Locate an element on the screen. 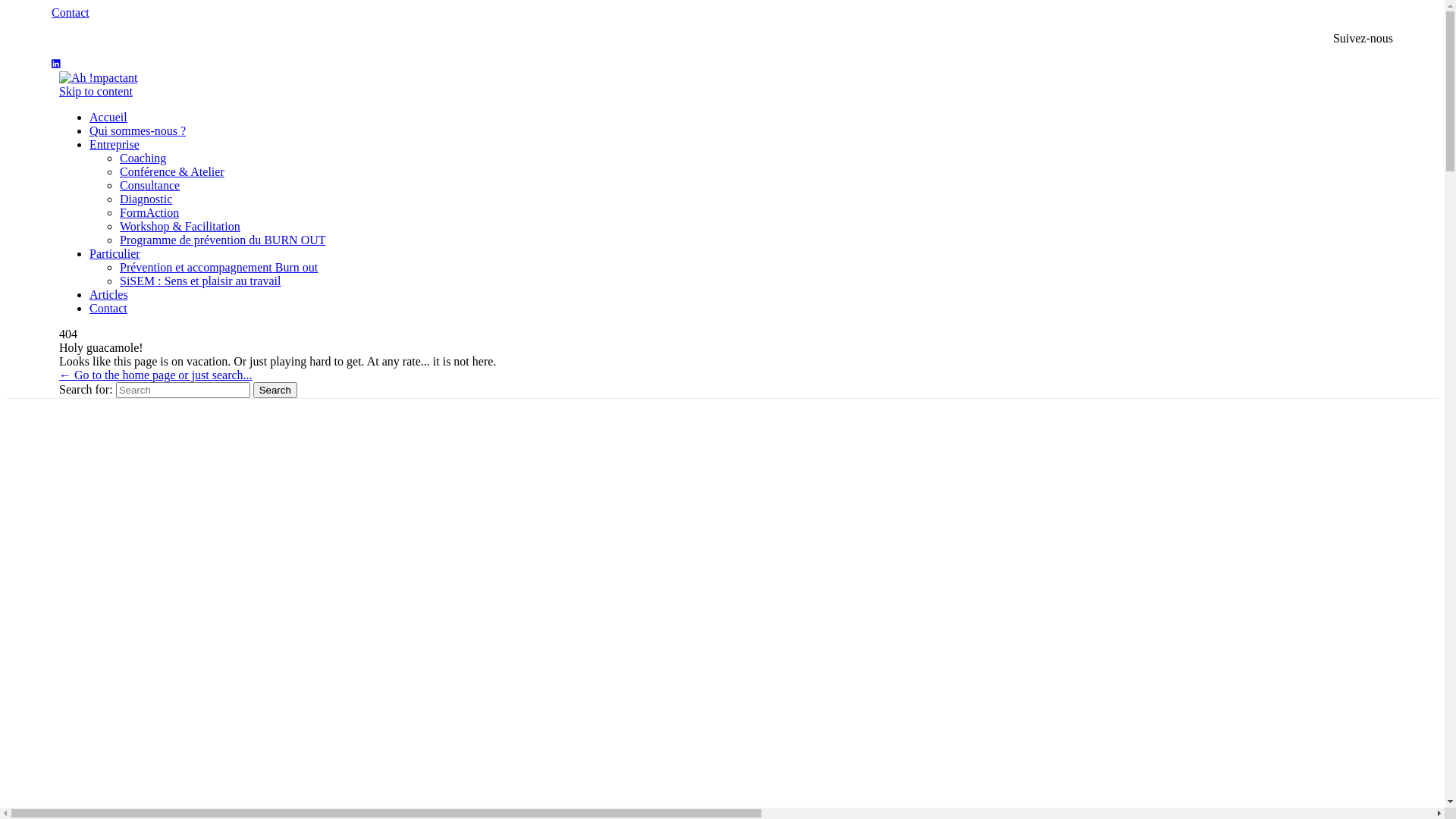 Image resolution: width=1456 pixels, height=819 pixels. 'FormAction' is located at coordinates (149, 212).